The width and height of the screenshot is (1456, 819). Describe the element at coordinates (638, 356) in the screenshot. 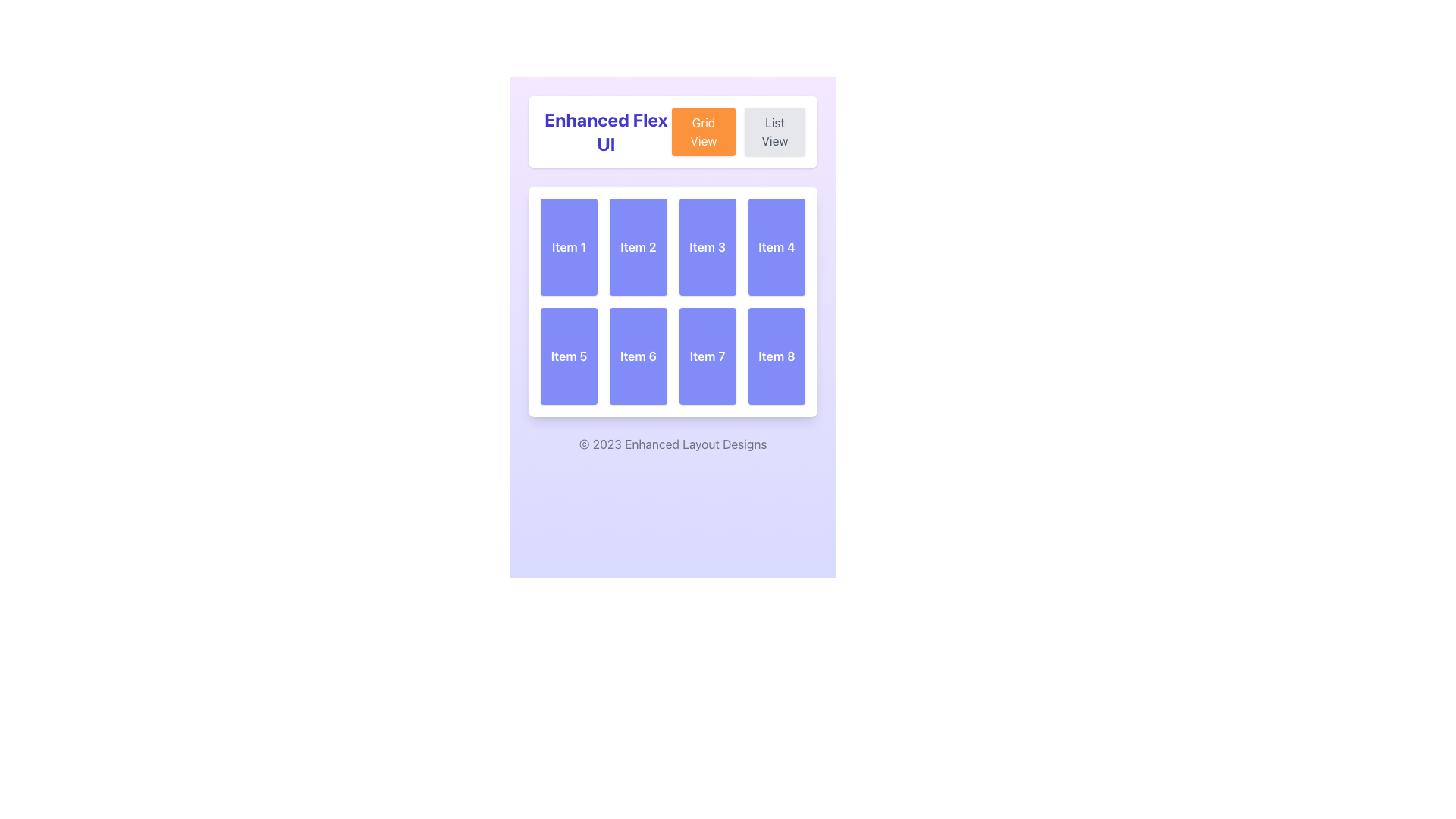

I see `the Static Label or Grid Item that serves as a label for 'Item 6', which is located in the second row and second column of the grid layout` at that location.